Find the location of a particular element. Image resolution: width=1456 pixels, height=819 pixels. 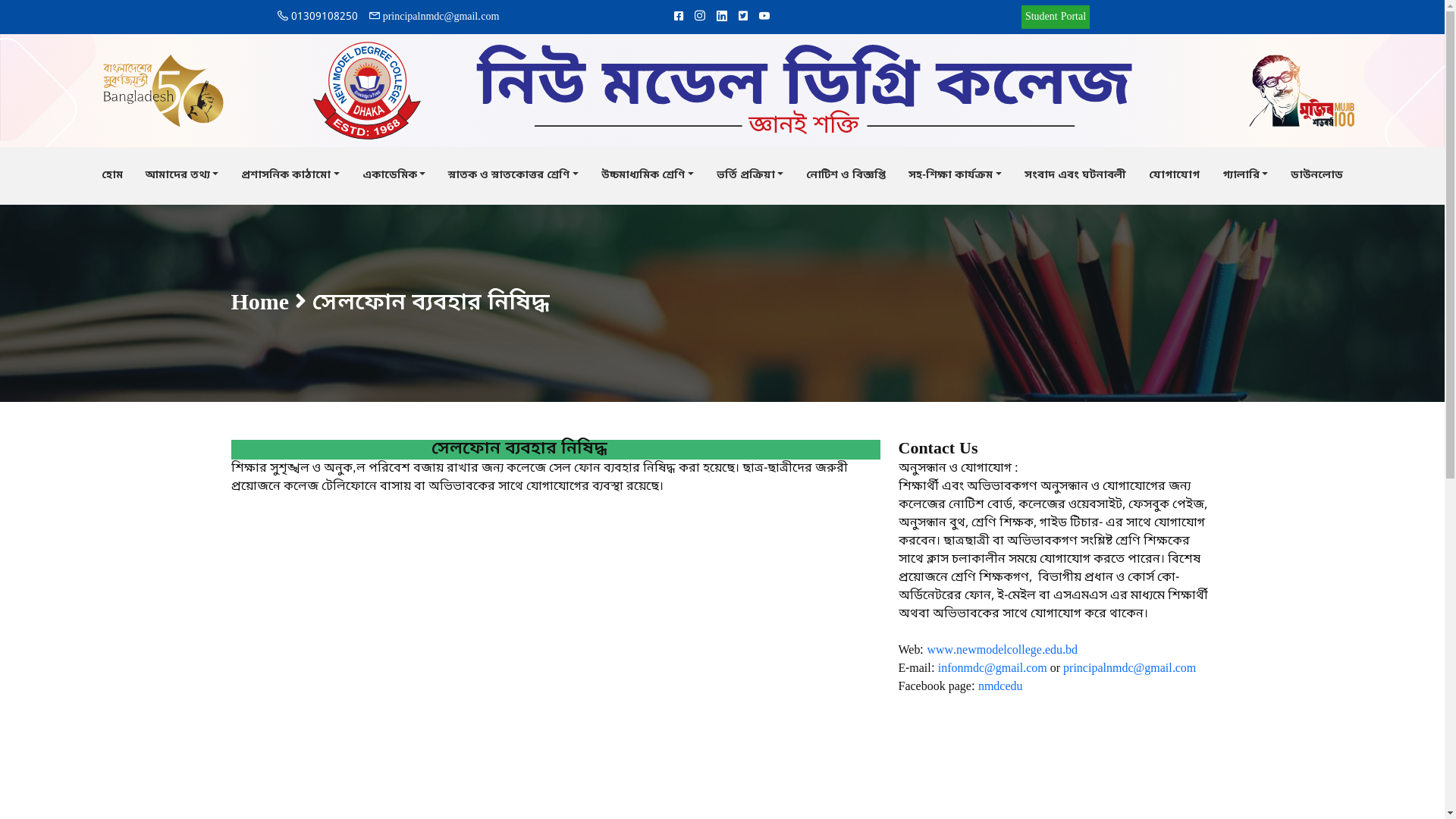

'Student Portal' is located at coordinates (1055, 17).